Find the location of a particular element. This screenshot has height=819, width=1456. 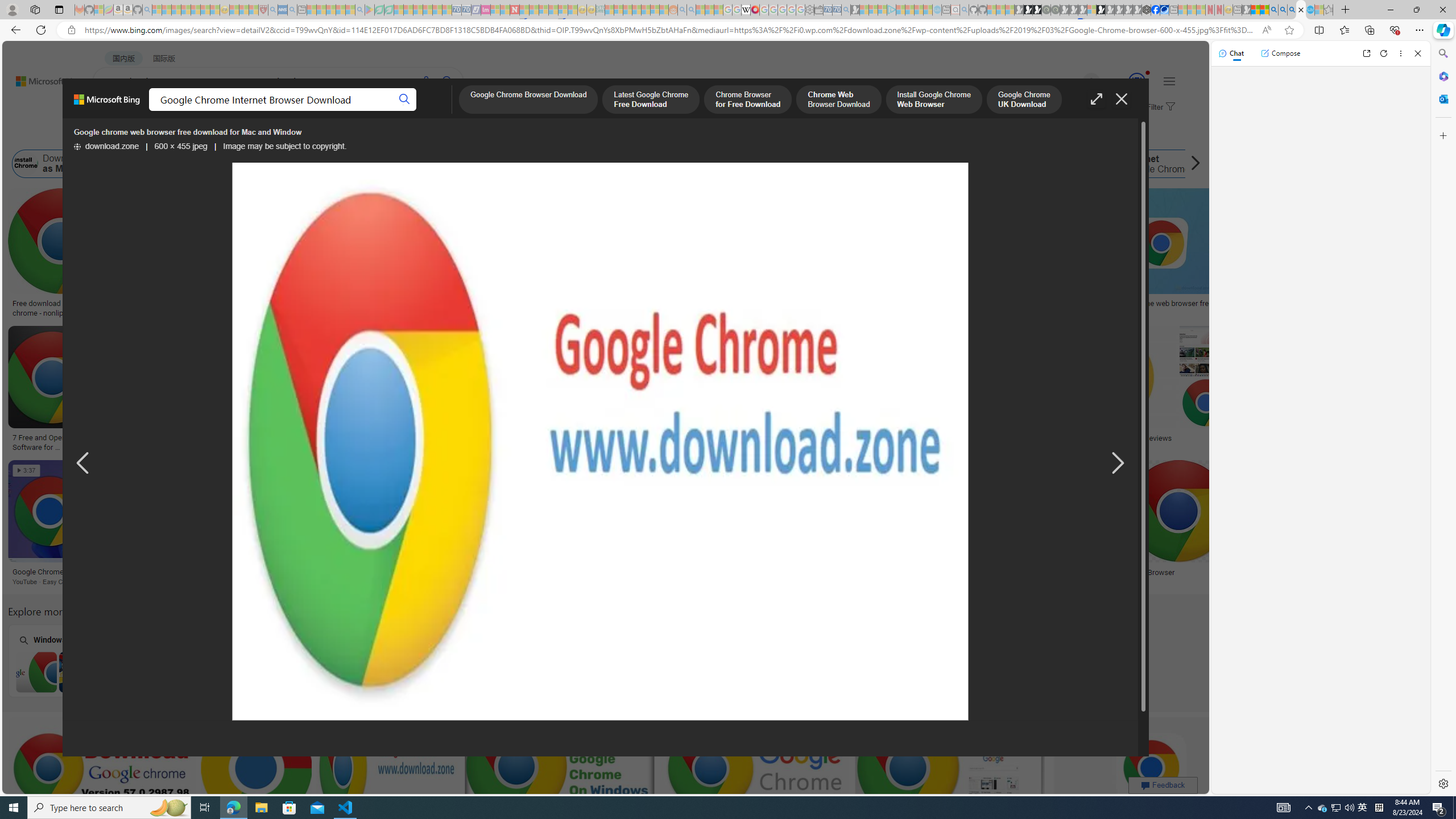

'Future Focus Report 2024 - Sleeping' is located at coordinates (1054, 9).